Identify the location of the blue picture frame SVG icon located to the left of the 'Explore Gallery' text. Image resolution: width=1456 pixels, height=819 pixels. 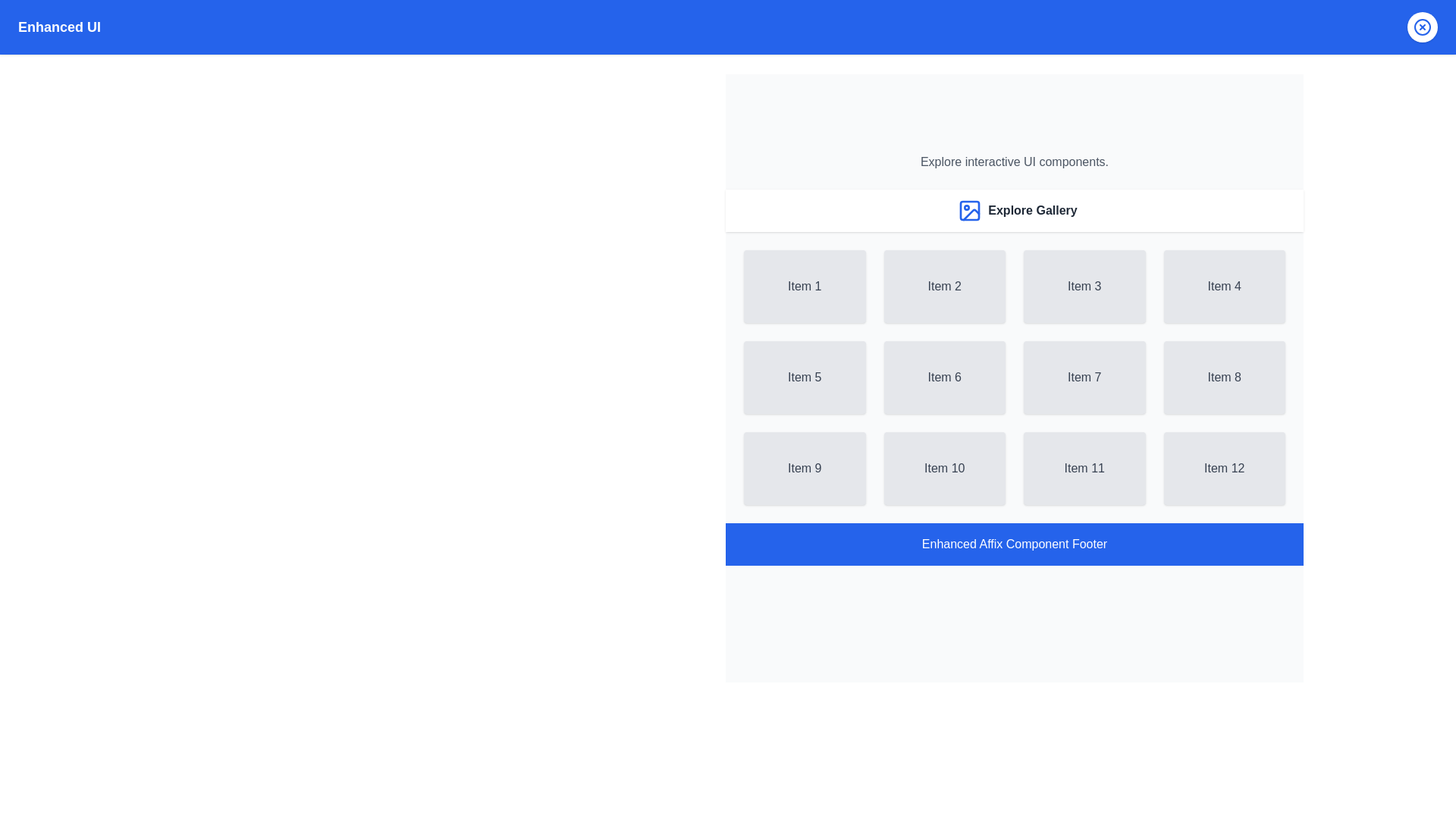
(969, 210).